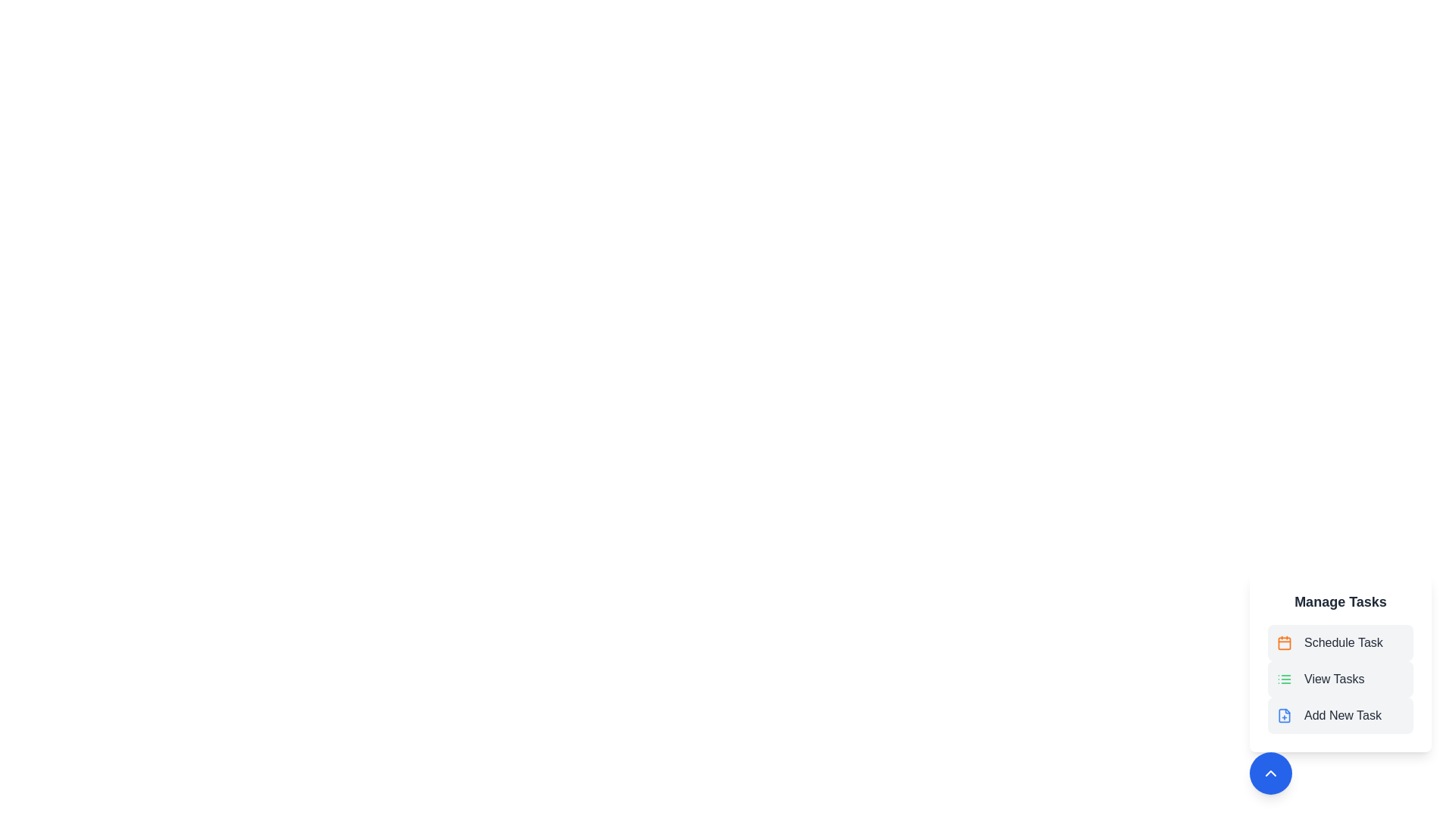 This screenshot has height=819, width=1456. What do you see at coordinates (1270, 773) in the screenshot?
I see `toggle button to collapse or expand the task manager` at bounding box center [1270, 773].